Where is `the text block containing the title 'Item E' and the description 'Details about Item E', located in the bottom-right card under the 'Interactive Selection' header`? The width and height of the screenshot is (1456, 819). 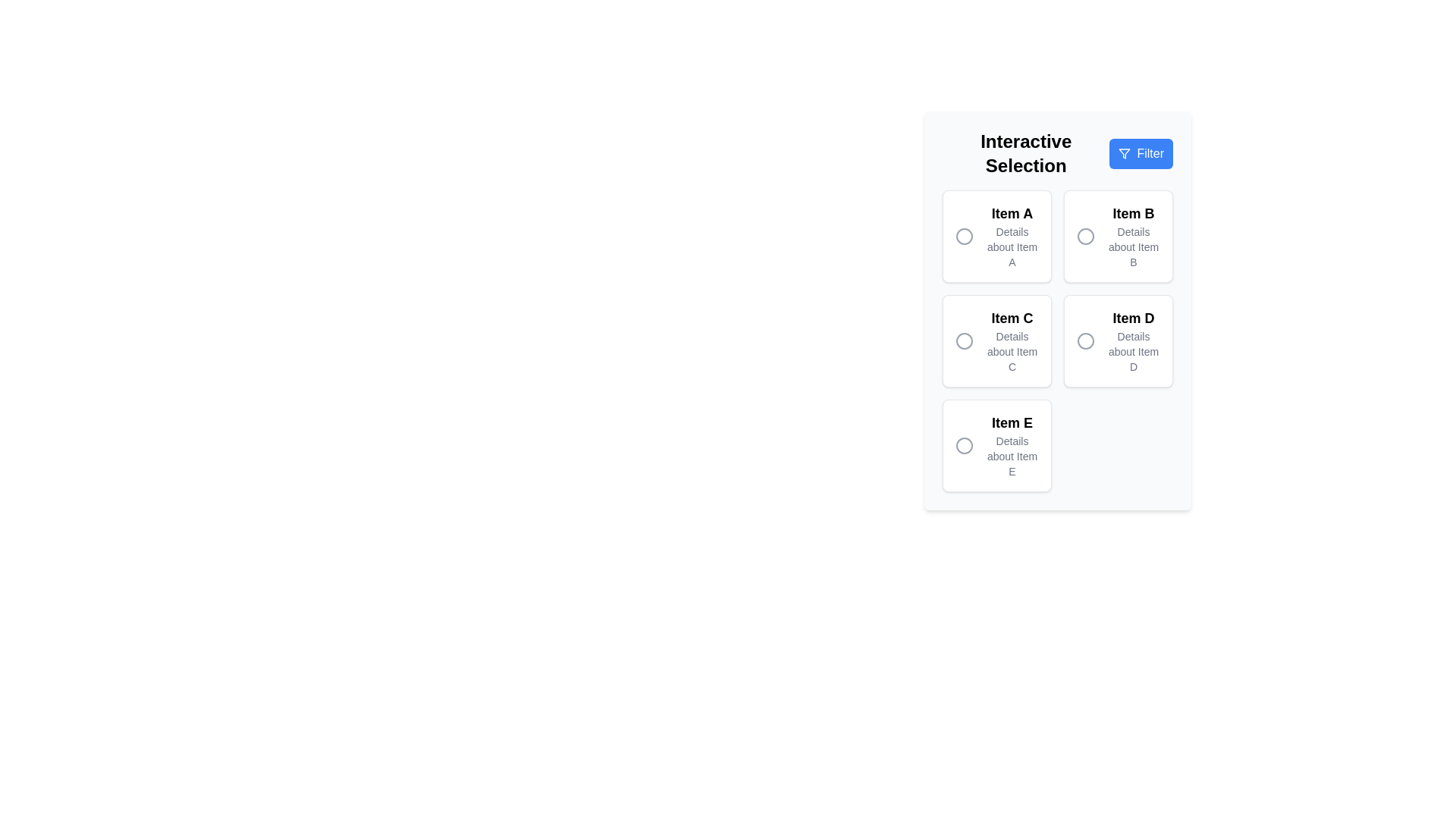
the text block containing the title 'Item E' and the description 'Details about Item E', located in the bottom-right card under the 'Interactive Selection' header is located at coordinates (1012, 444).